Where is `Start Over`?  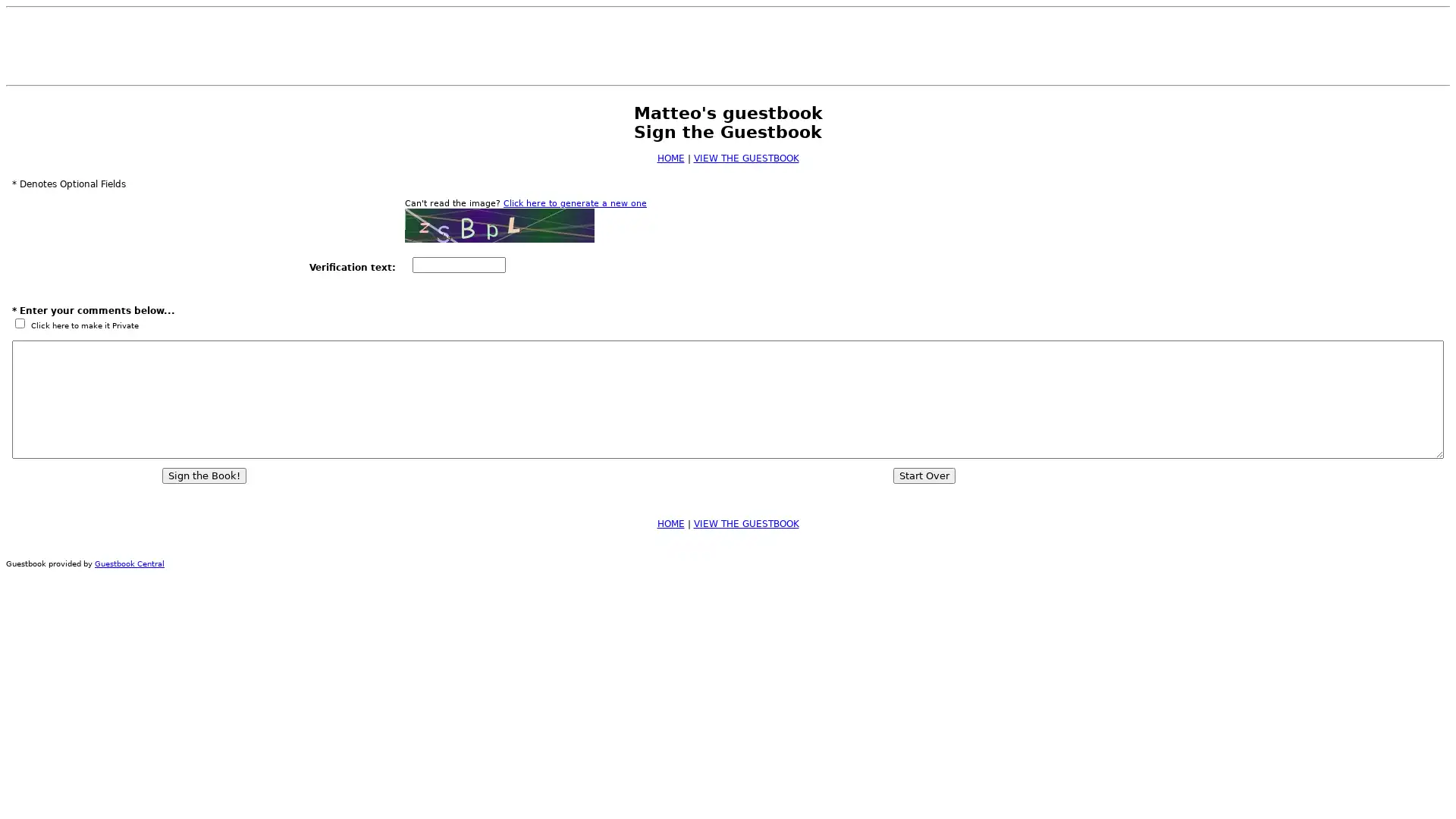
Start Over is located at coordinates (924, 475).